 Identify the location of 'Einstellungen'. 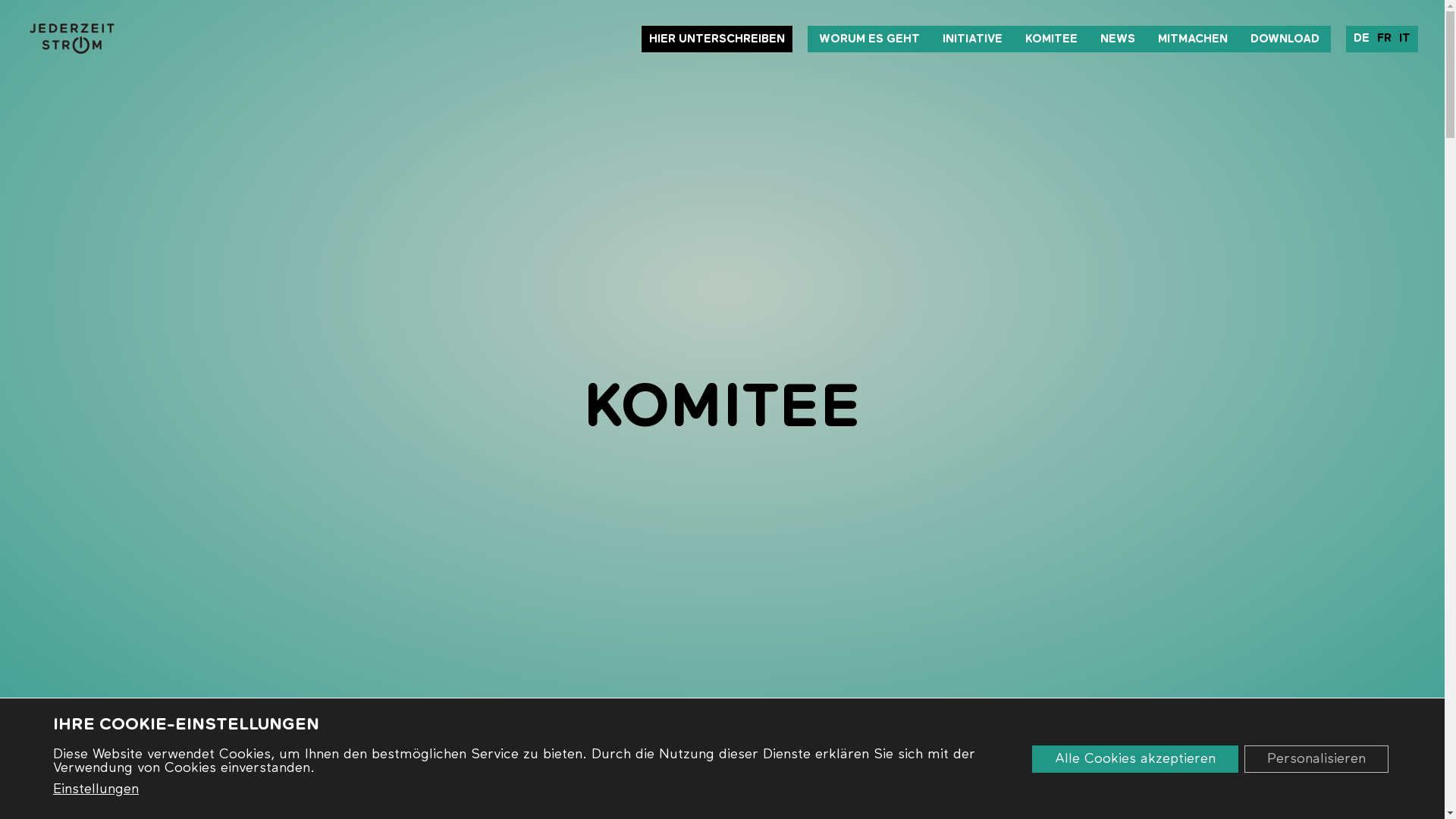
(95, 789).